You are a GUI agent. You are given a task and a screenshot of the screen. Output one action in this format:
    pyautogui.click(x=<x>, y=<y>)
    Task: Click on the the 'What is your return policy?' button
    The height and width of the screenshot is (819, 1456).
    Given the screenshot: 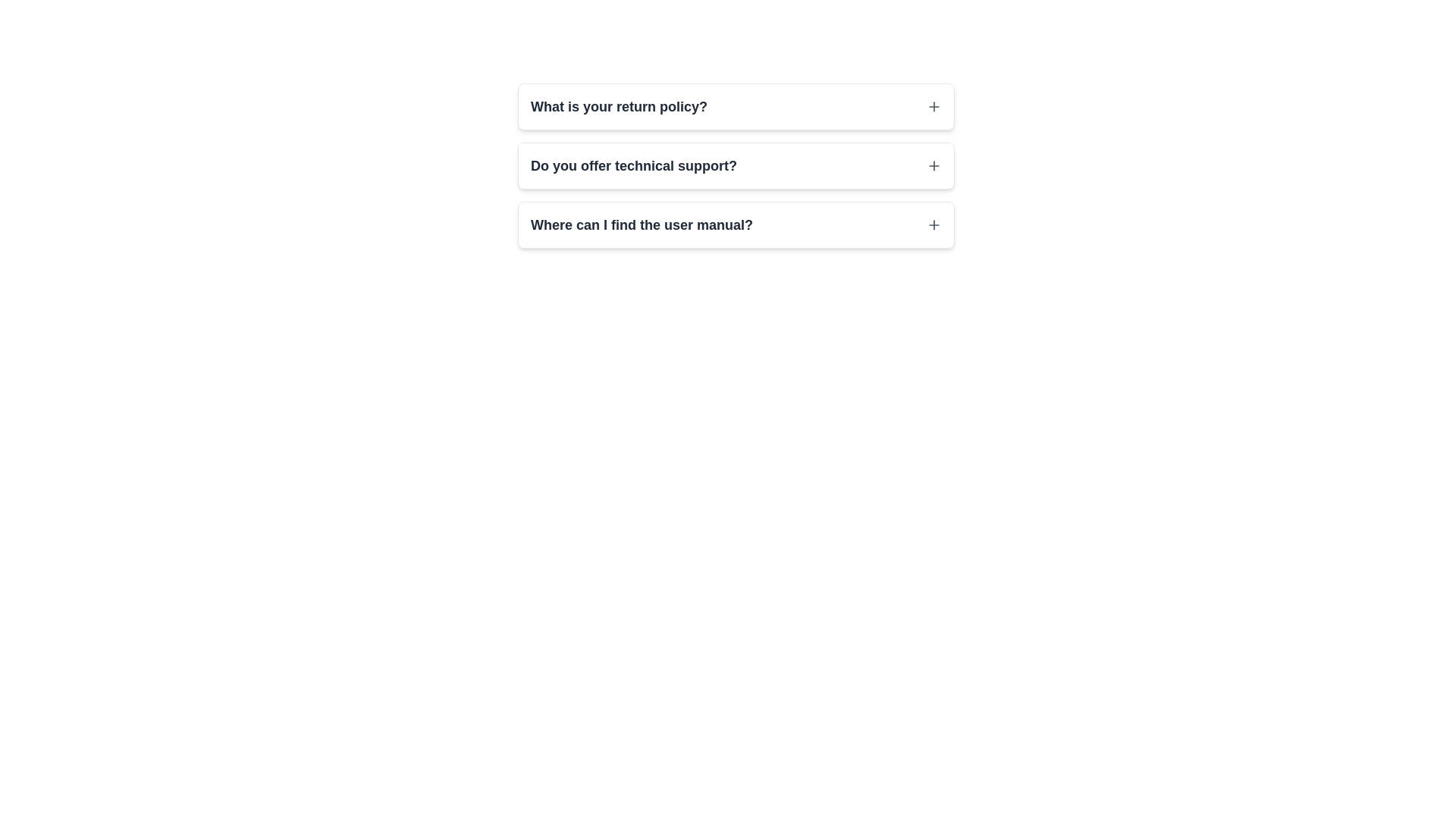 What is the action you would take?
    pyautogui.click(x=736, y=106)
    